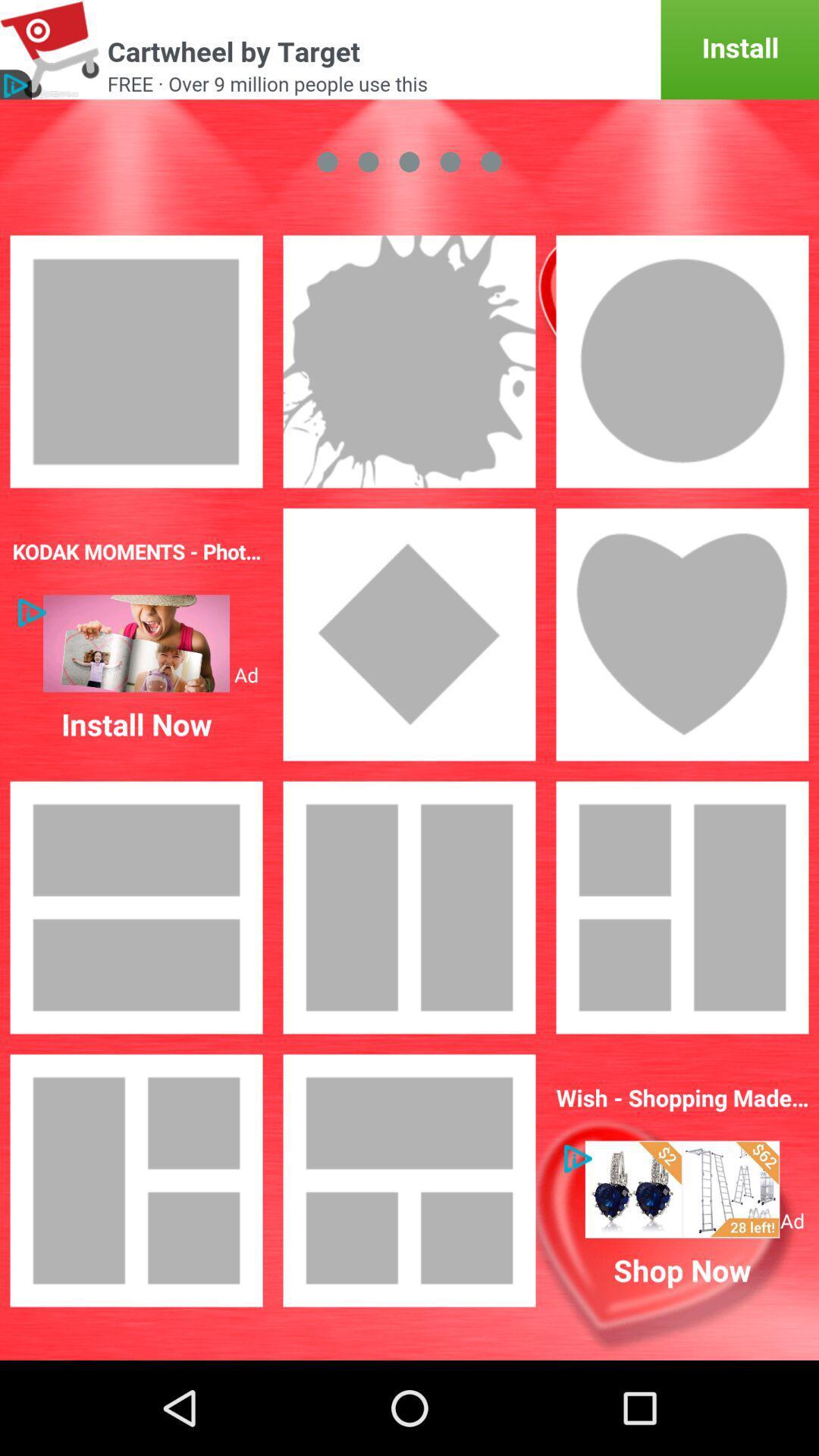 The height and width of the screenshot is (1456, 819). Describe the element at coordinates (409, 49) in the screenshot. I see `install the app` at that location.